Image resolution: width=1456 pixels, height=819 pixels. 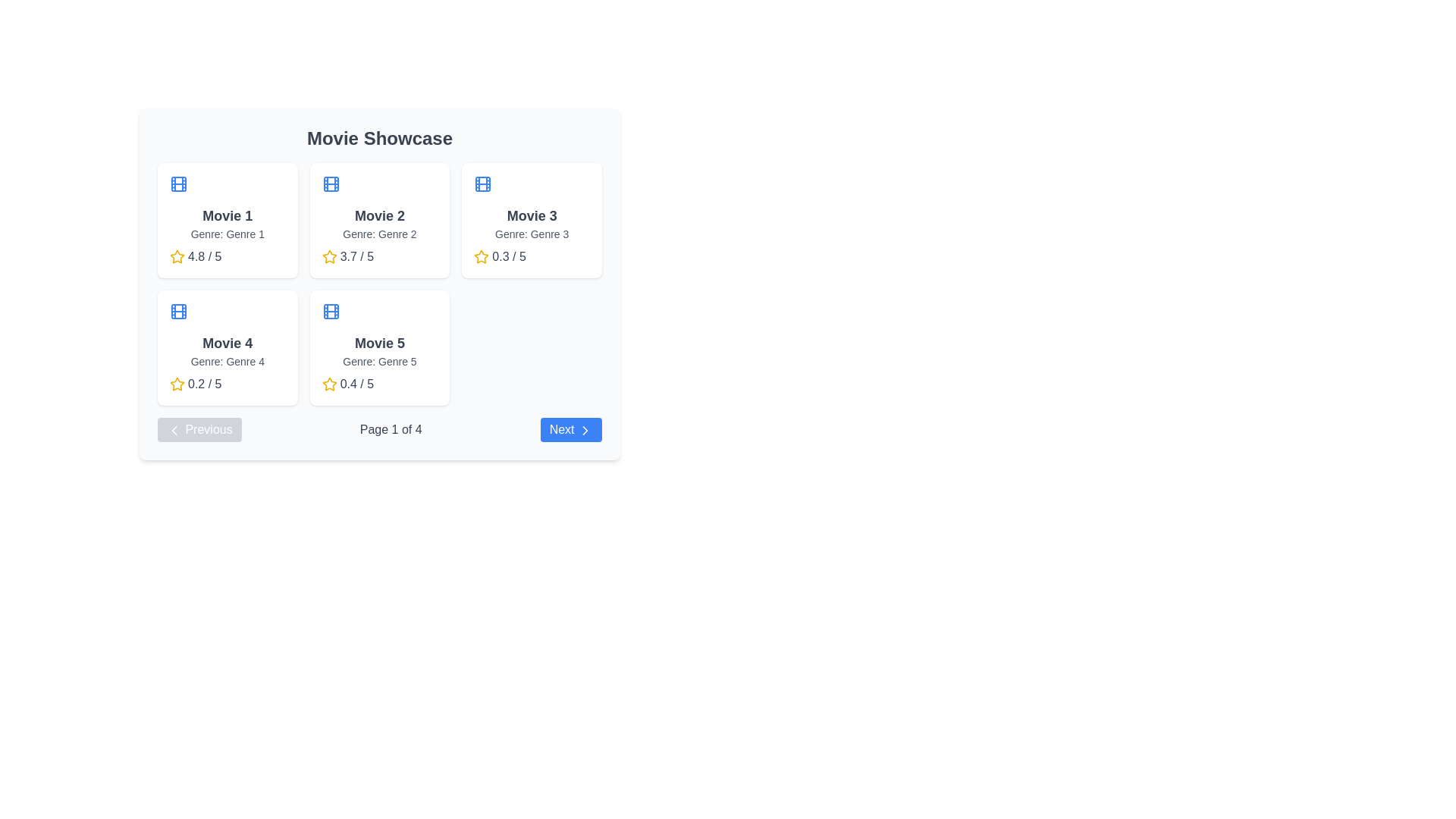 What do you see at coordinates (177, 256) in the screenshot?
I see `the yellow outlined star icon with a red circular detail located in the bottom-left corner of the 'Movie 1' card in the 'Movie Showcase' section to rate it` at bounding box center [177, 256].